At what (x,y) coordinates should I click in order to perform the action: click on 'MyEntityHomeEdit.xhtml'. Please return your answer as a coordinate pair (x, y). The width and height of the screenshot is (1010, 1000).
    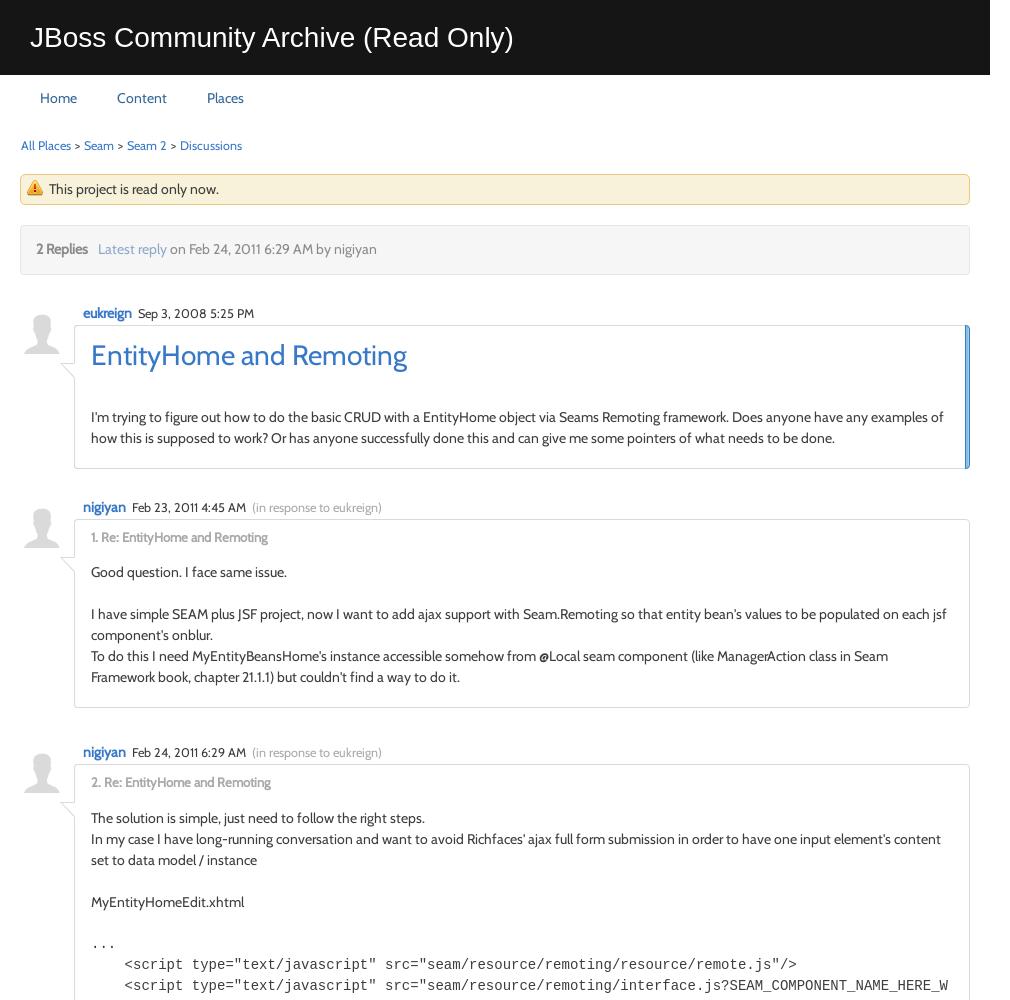
    Looking at the image, I should click on (166, 901).